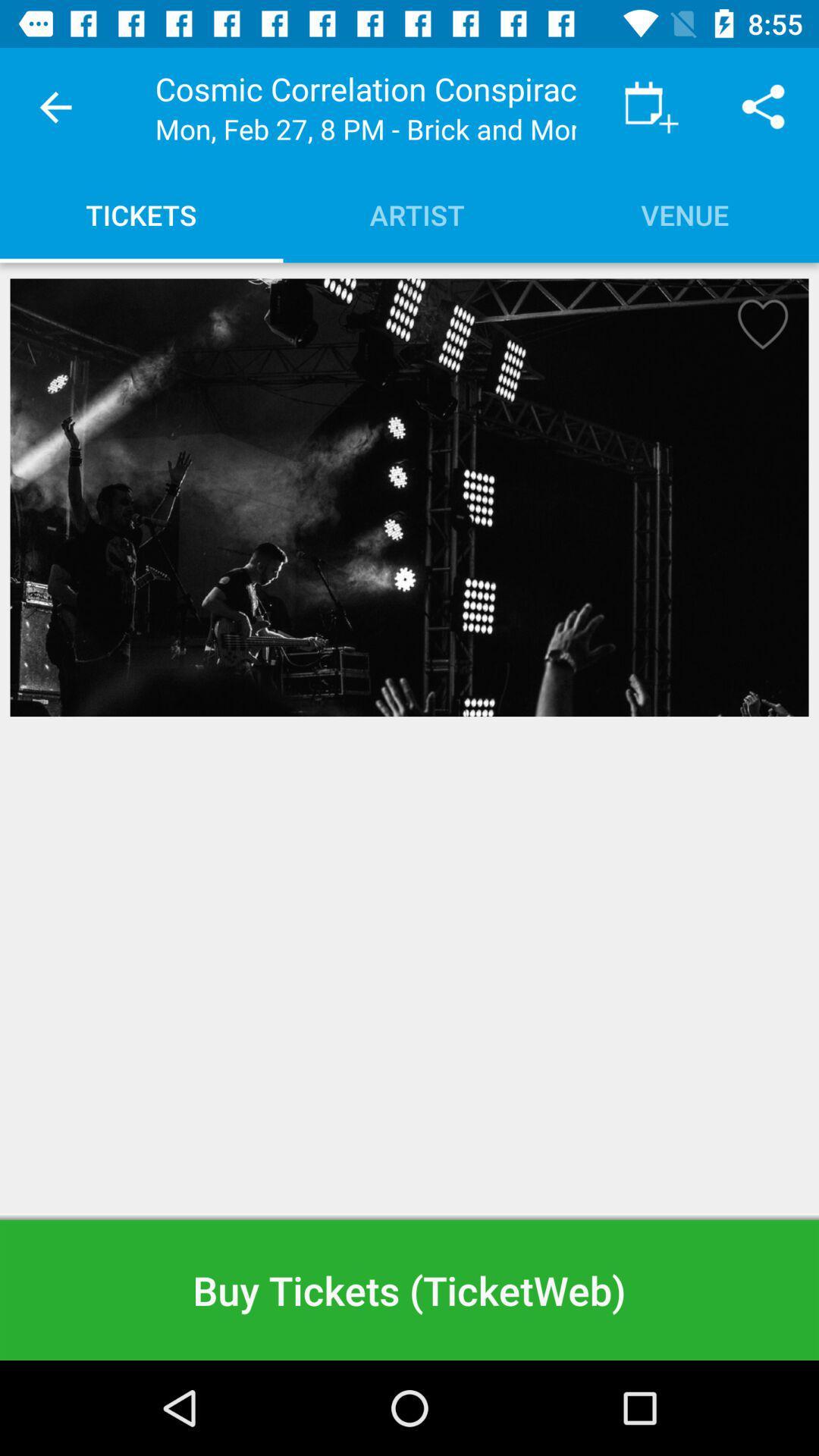 This screenshot has height=1456, width=819. Describe the element at coordinates (651, 106) in the screenshot. I see `the item above venue` at that location.